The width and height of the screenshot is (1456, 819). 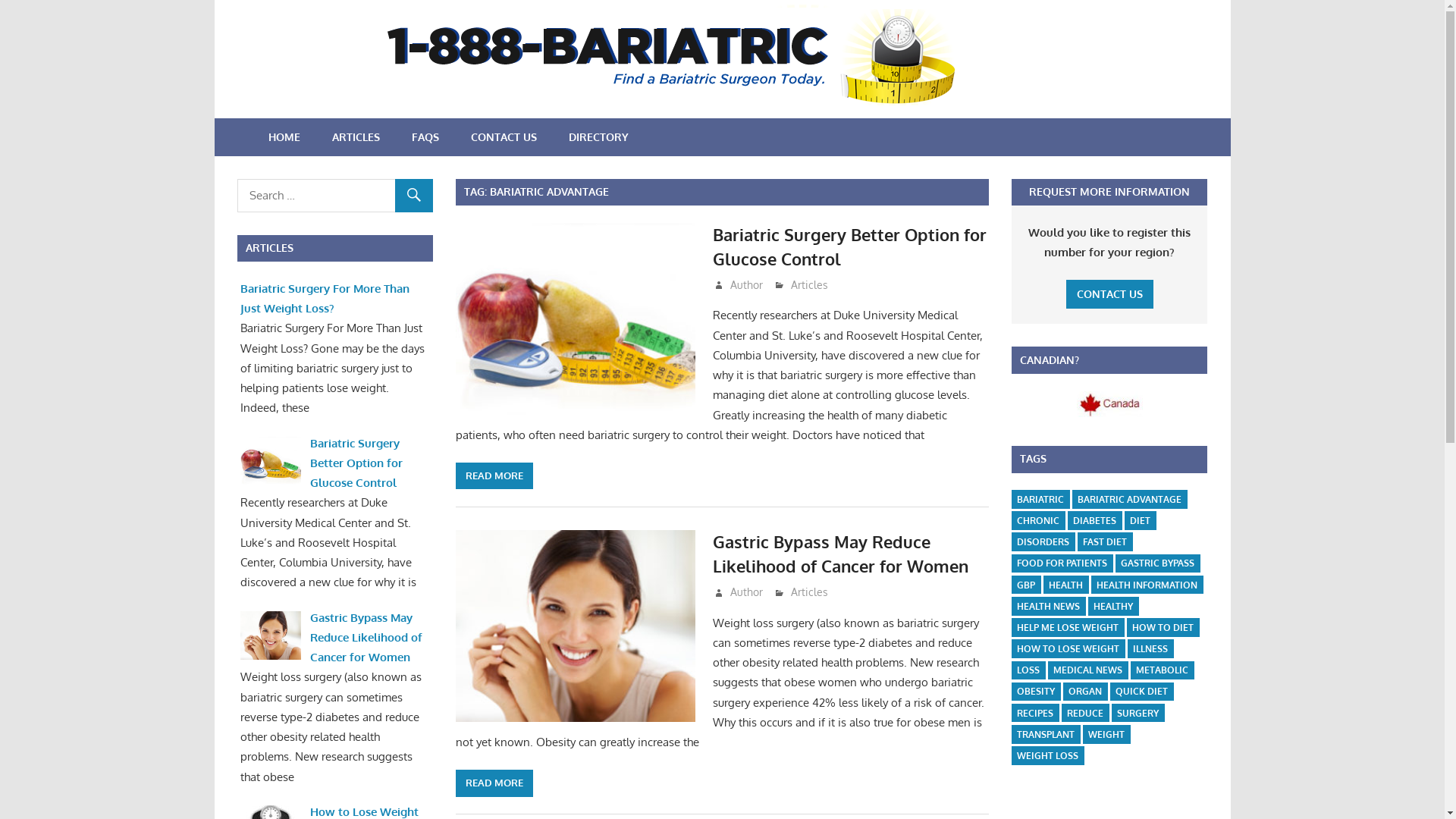 What do you see at coordinates (839, 553) in the screenshot?
I see `'Gastric Bypass May Reduce Likelihood of Cancer for Women'` at bounding box center [839, 553].